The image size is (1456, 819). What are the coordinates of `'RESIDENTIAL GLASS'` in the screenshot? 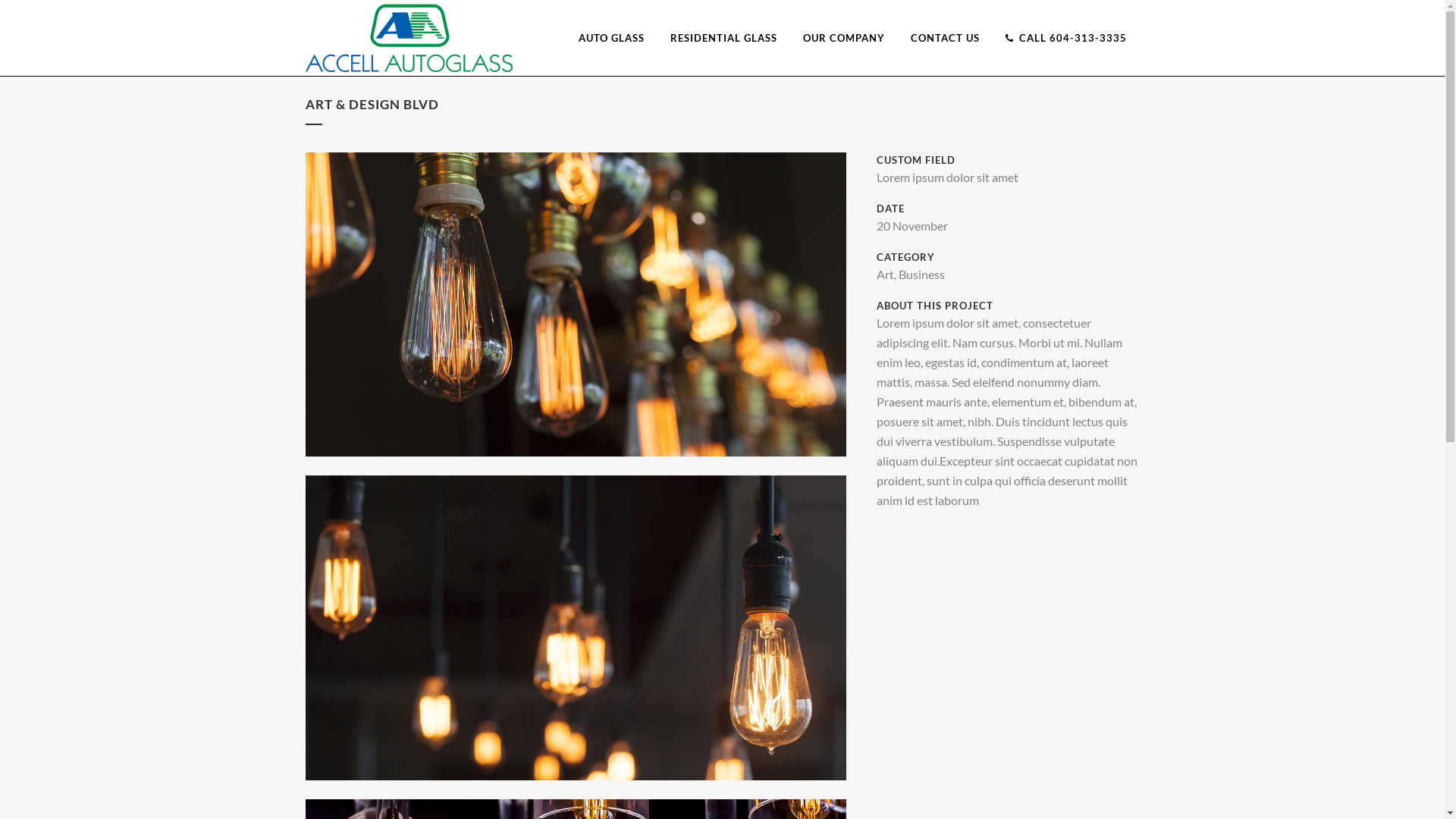 It's located at (722, 37).